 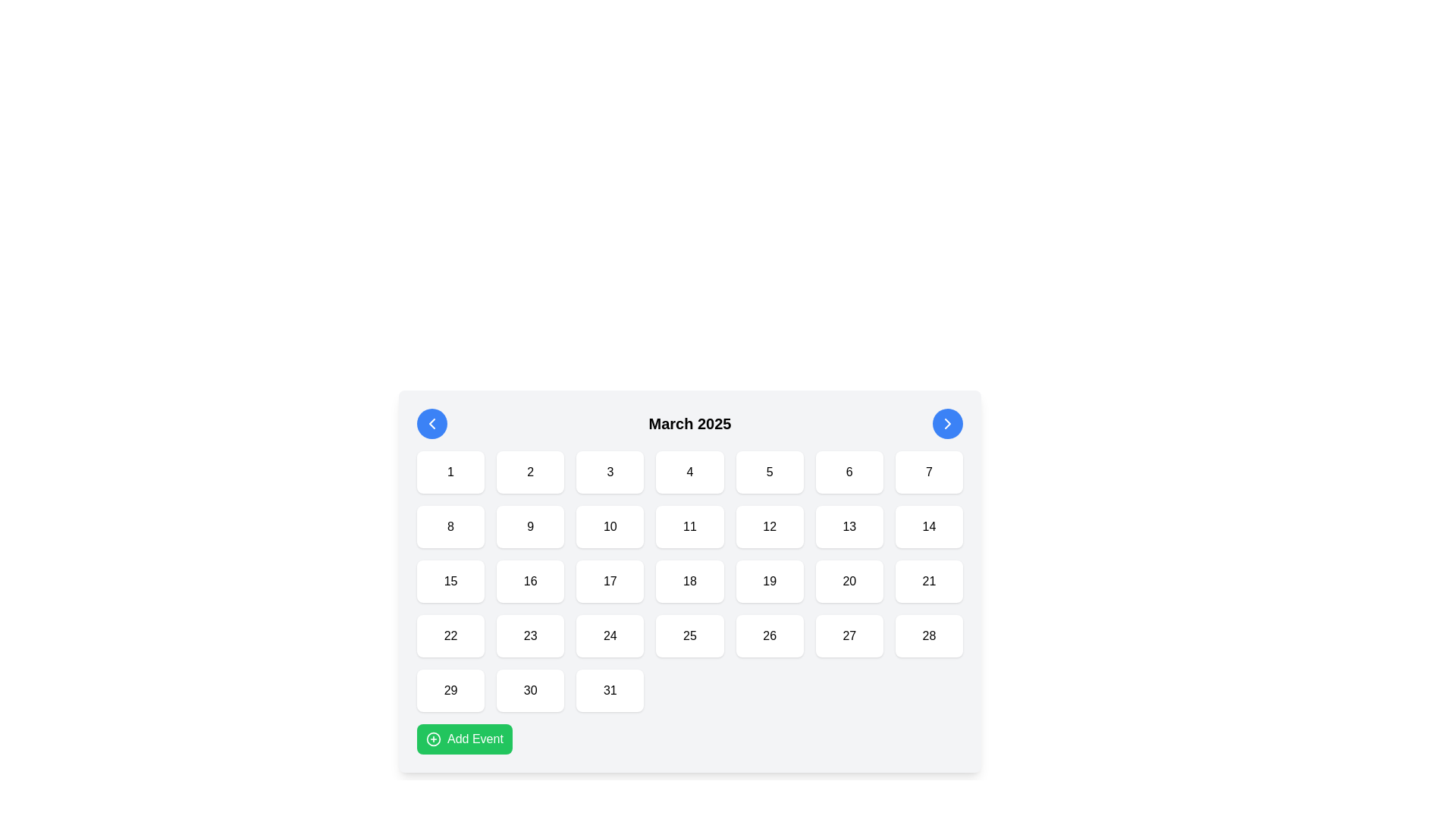 What do you see at coordinates (689, 581) in the screenshot?
I see `a date within the Calendar Component` at bounding box center [689, 581].